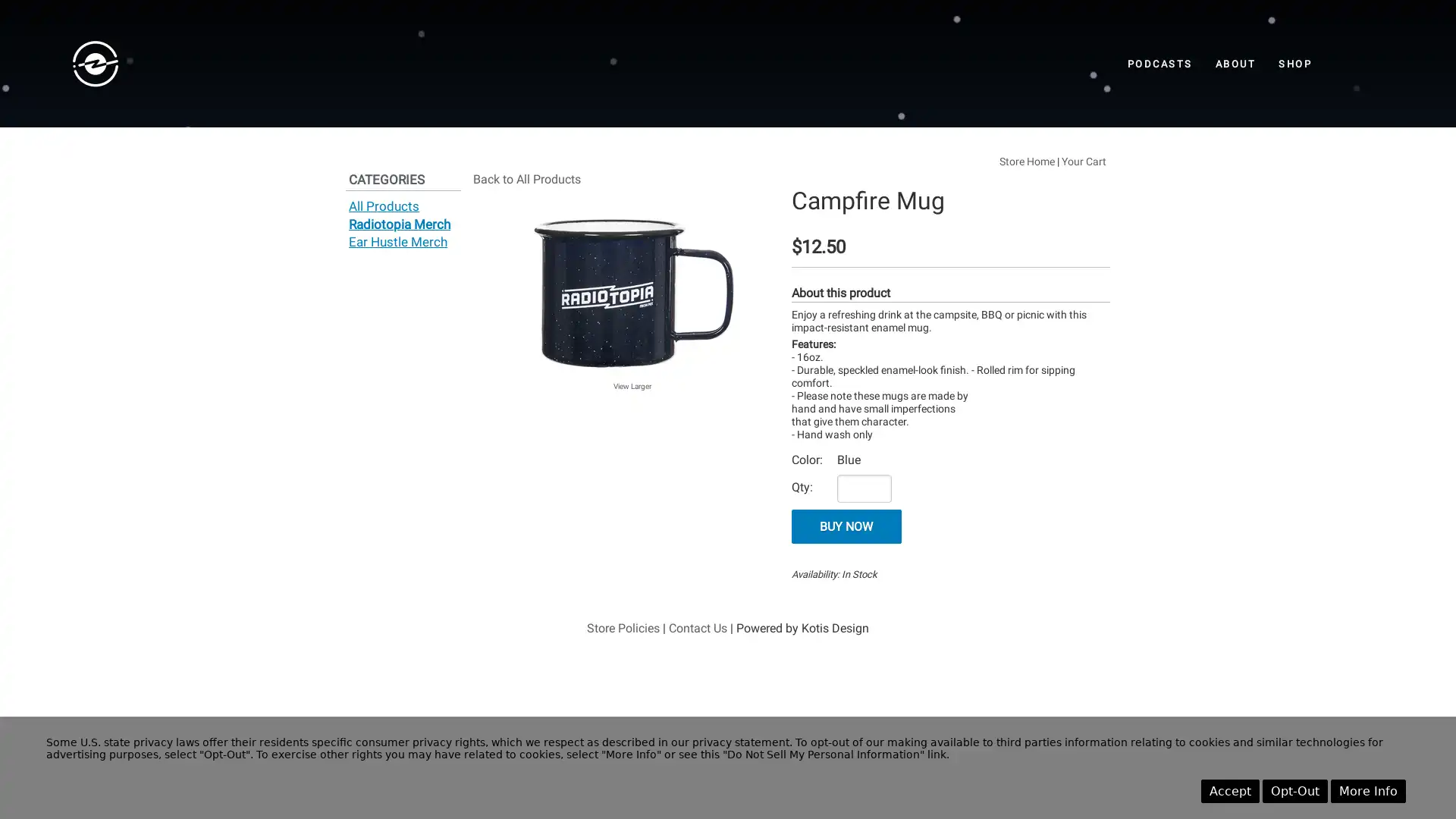 This screenshot has width=1456, height=819. What do you see at coordinates (1294, 790) in the screenshot?
I see `Opt-Out` at bounding box center [1294, 790].